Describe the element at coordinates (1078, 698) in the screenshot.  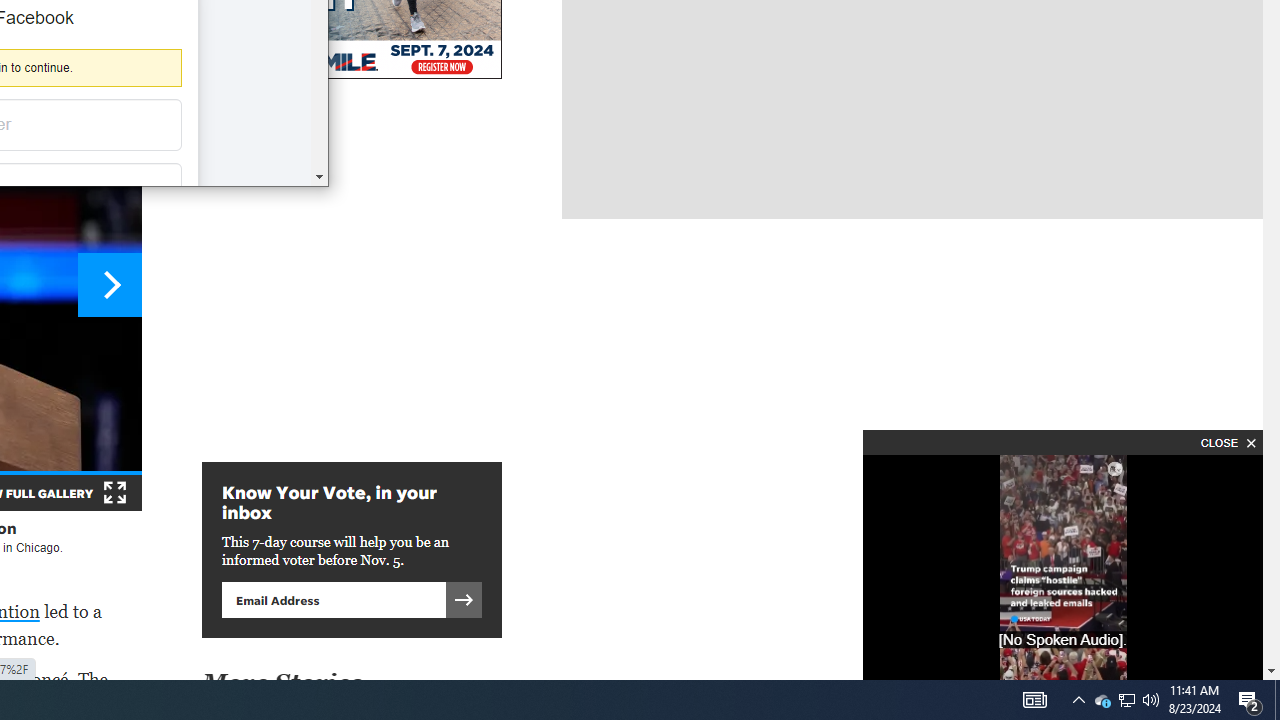
I see `'Notification Chevron'` at that location.